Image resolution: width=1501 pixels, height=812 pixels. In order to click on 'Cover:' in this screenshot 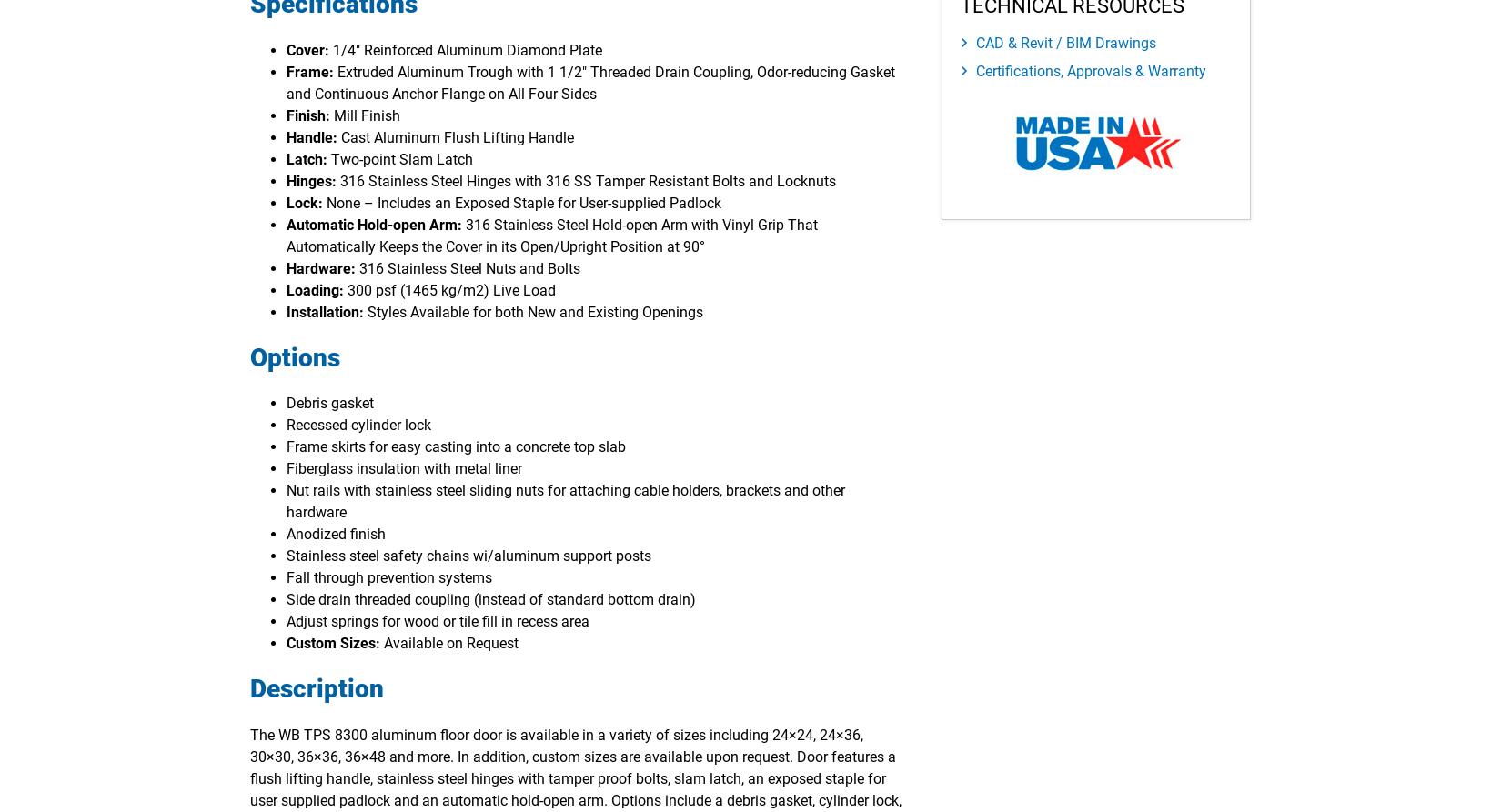, I will do `click(286, 49)`.